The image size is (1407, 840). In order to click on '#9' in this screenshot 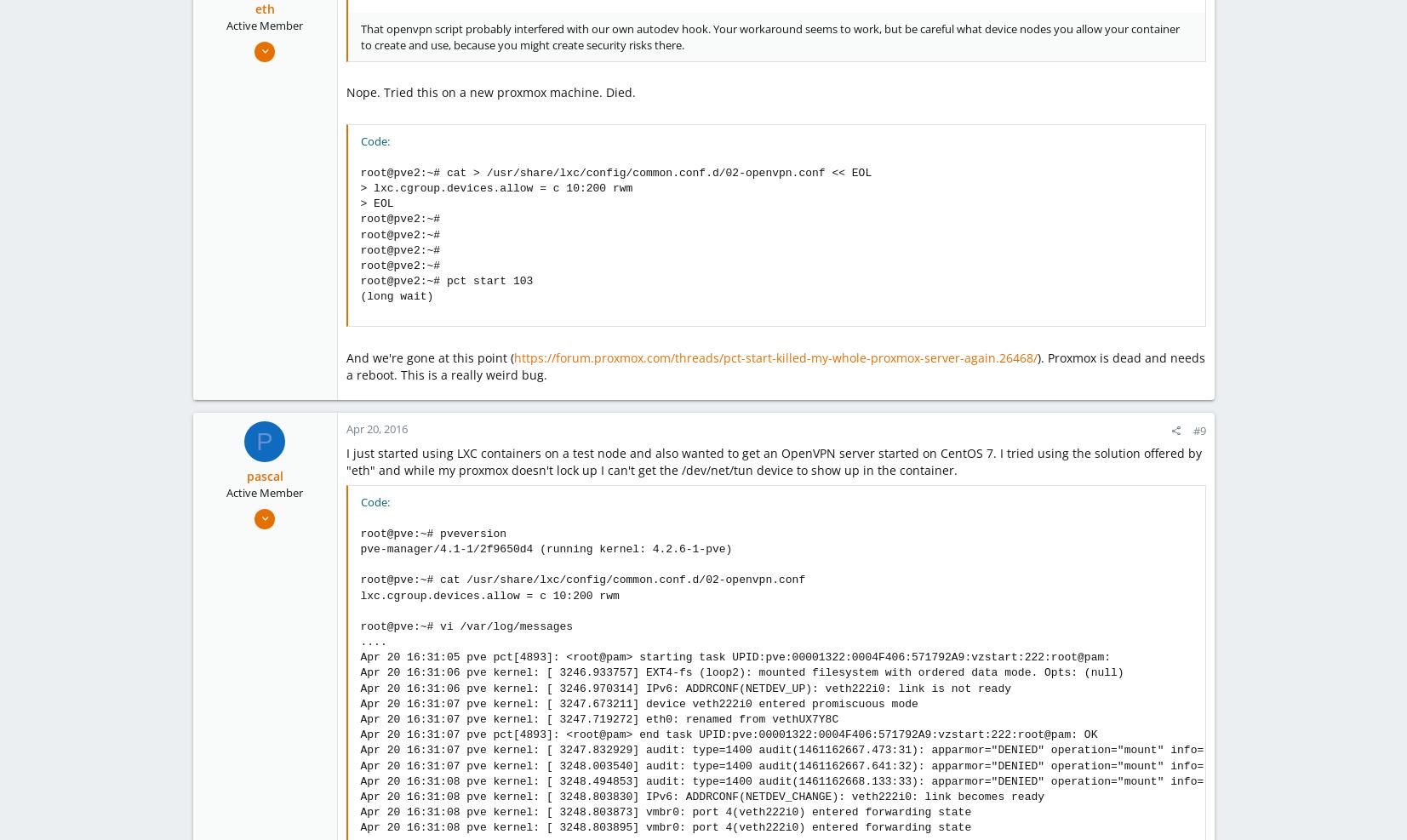, I will do `click(1198, 431)`.